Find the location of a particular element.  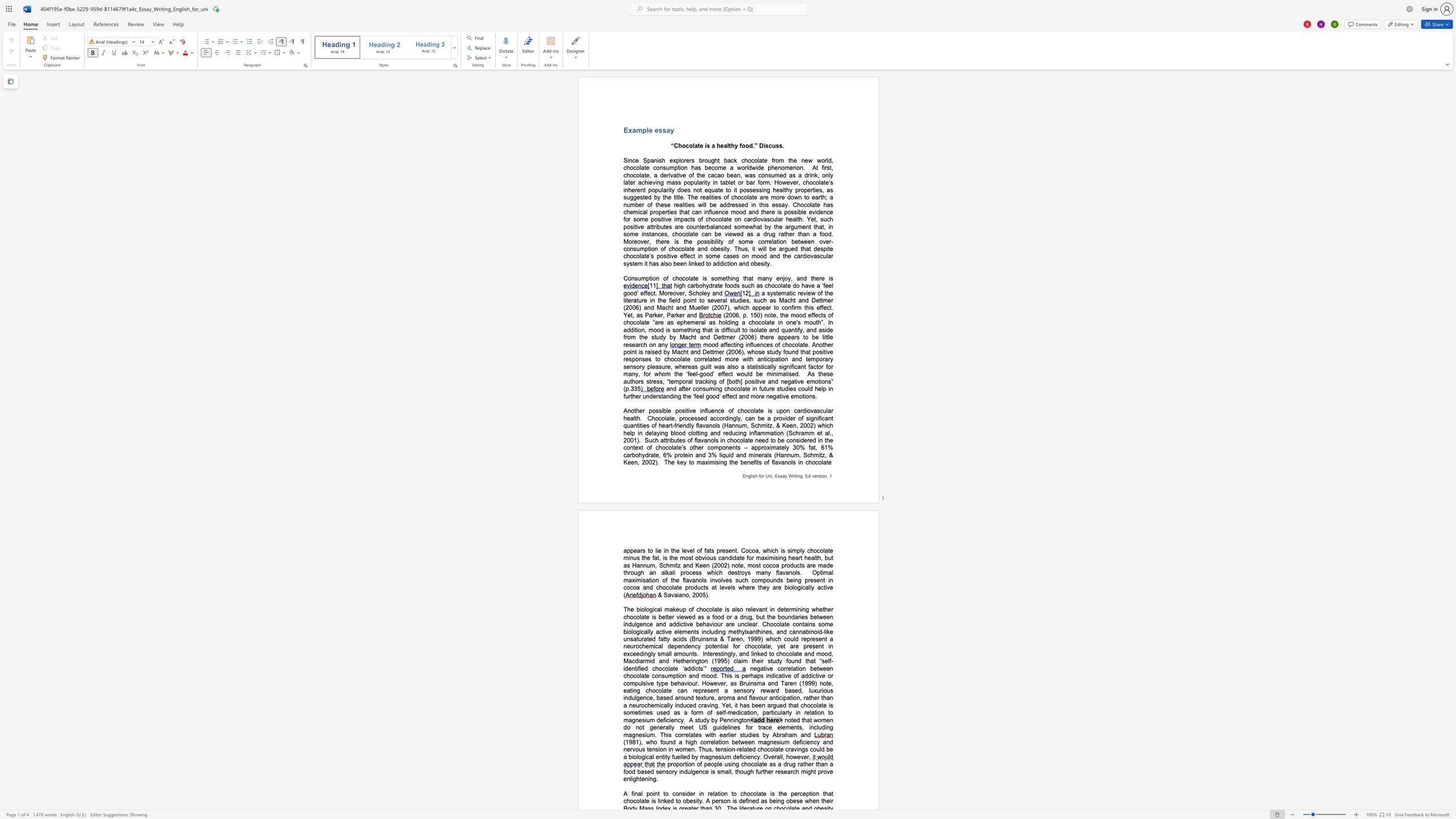

the subset text "colate can" within the text "of addictive or compulsive type behaviour. However, as Bruinsma and Taren (1999) note, eating chocolate can" is located at coordinates (655, 691).